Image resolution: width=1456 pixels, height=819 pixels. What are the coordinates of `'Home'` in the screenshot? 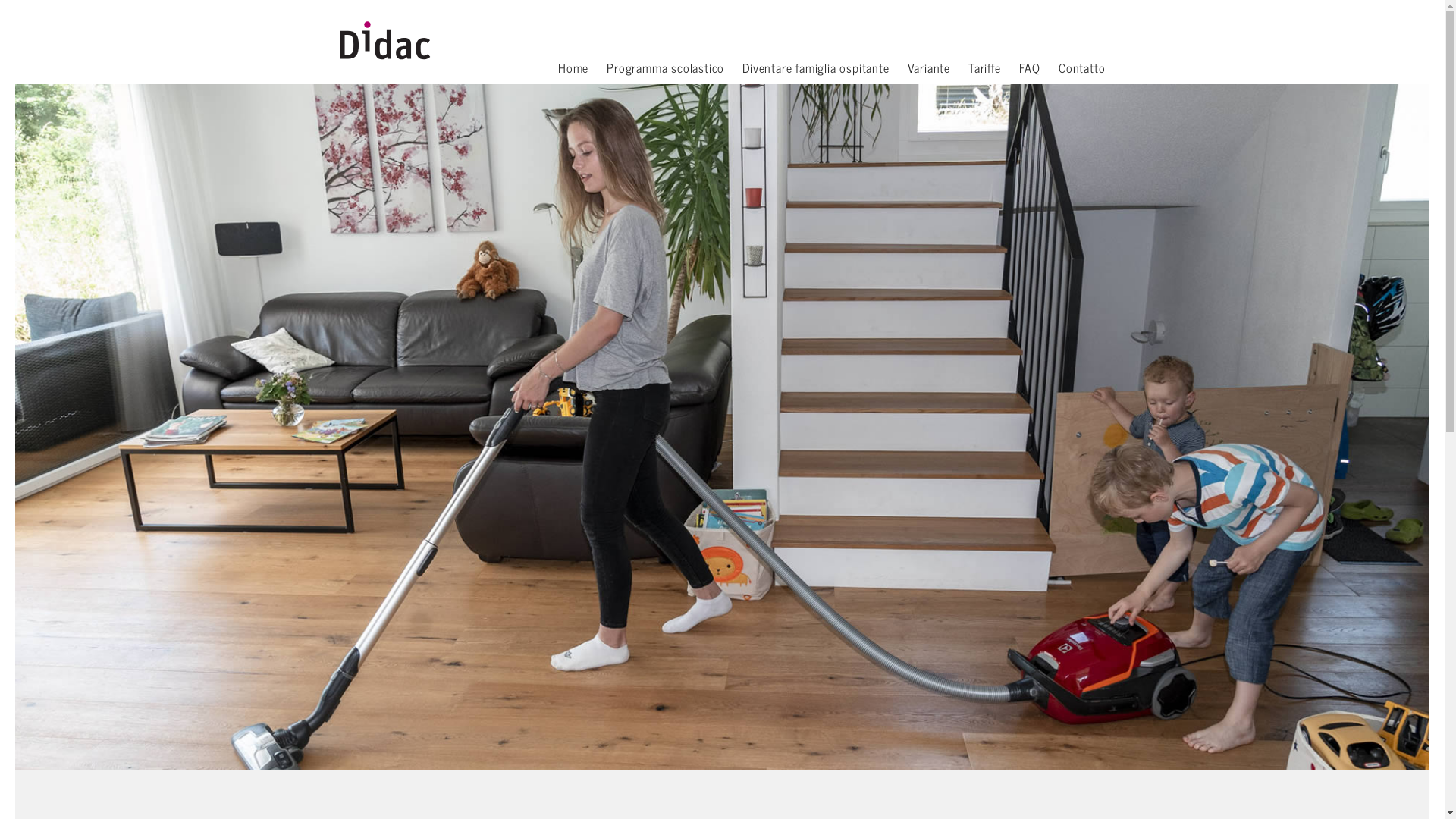 It's located at (557, 70).